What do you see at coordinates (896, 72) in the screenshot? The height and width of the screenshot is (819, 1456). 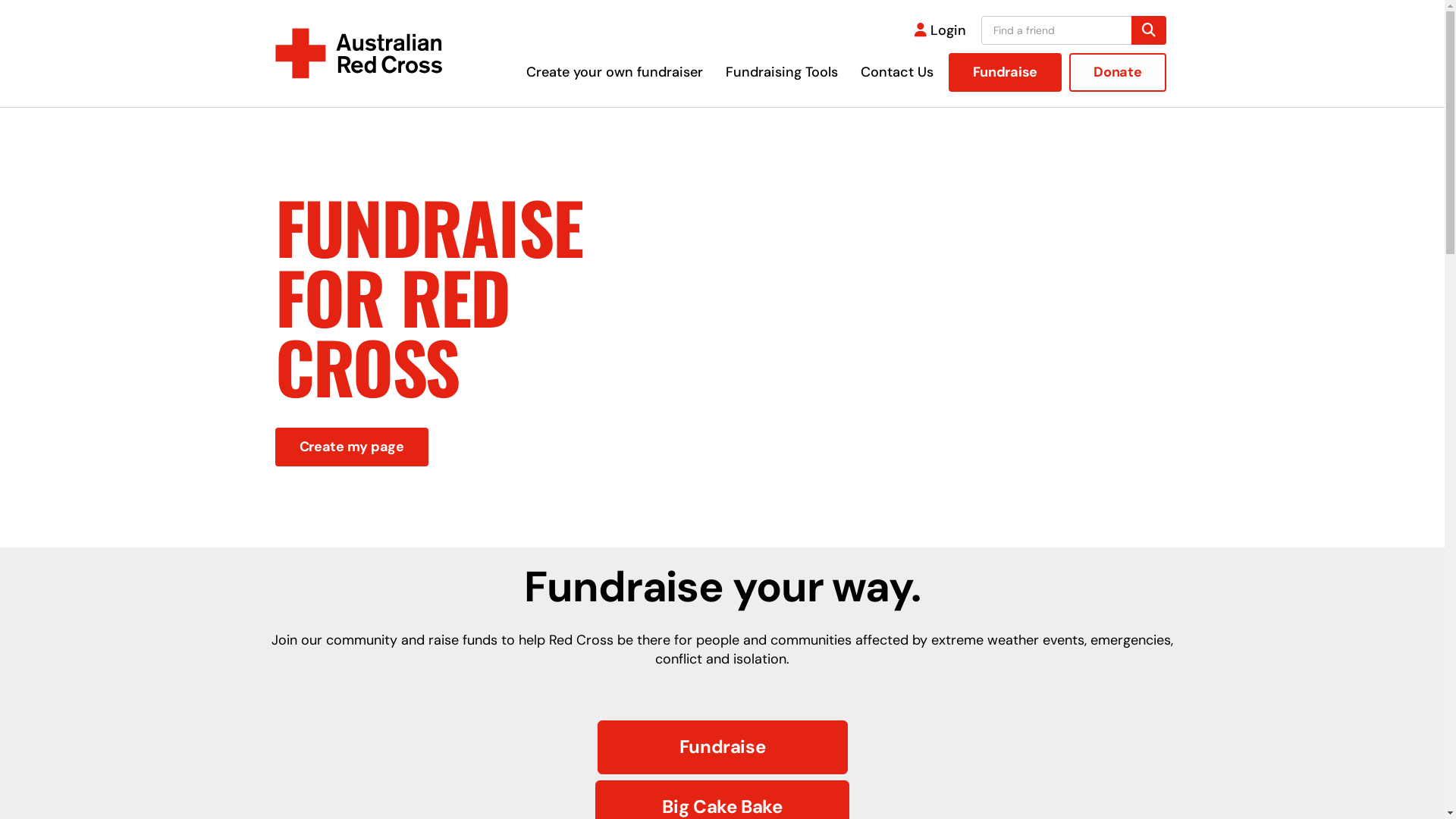 I see `'Contact Us'` at bounding box center [896, 72].